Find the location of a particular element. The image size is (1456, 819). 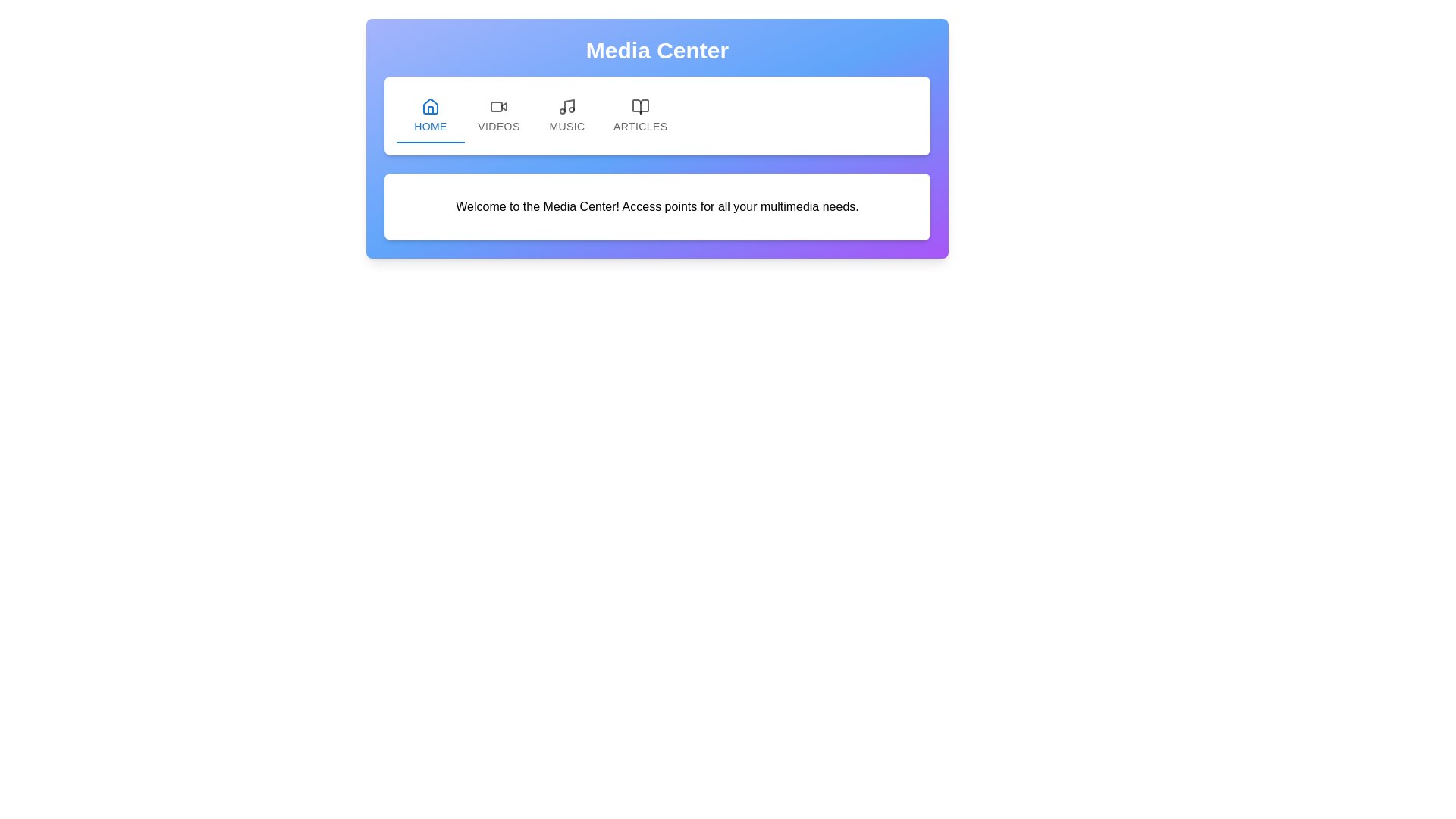

the 'Home' tab in the Media Center is located at coordinates (429, 115).